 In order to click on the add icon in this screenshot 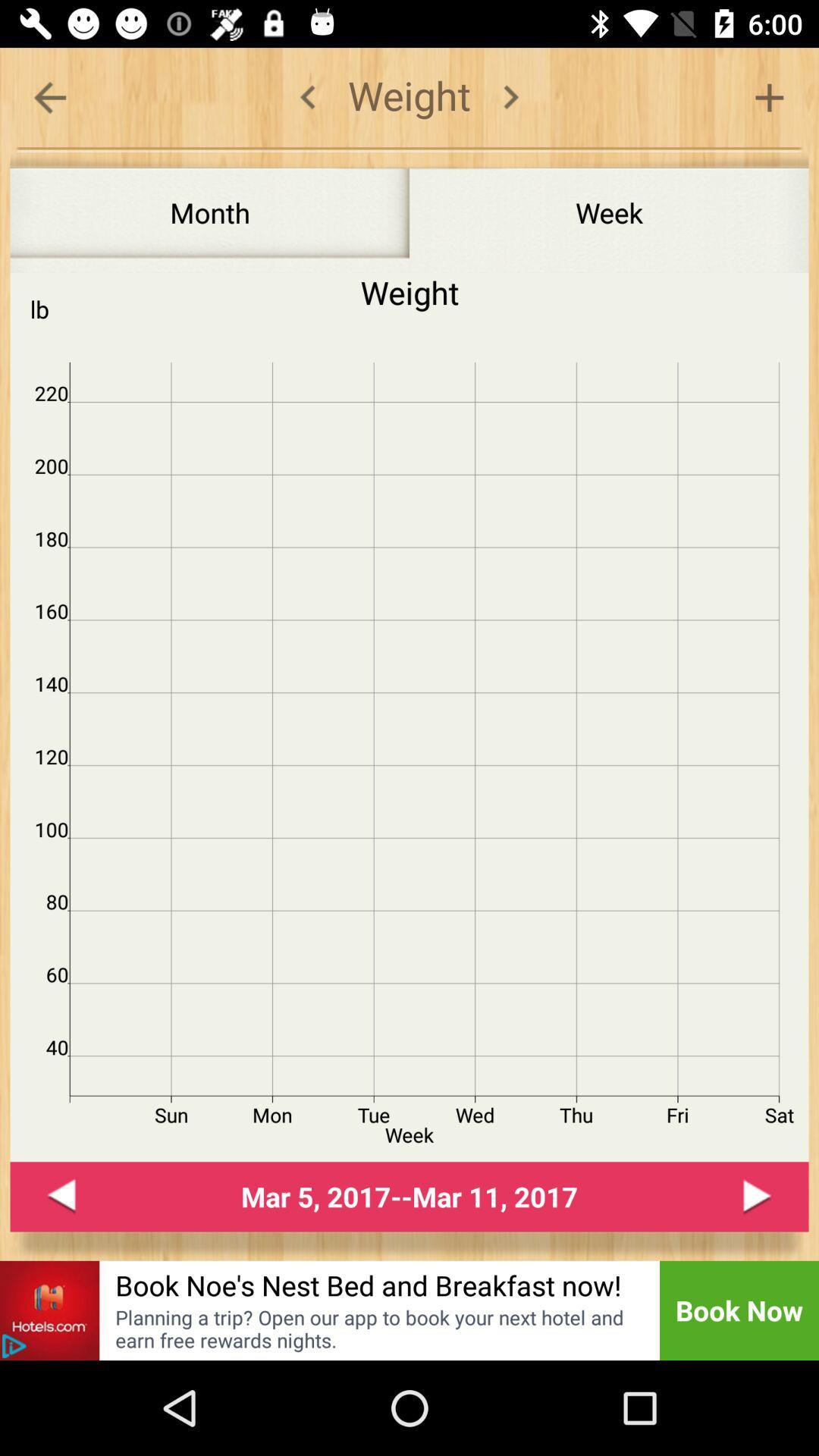, I will do `click(769, 96)`.